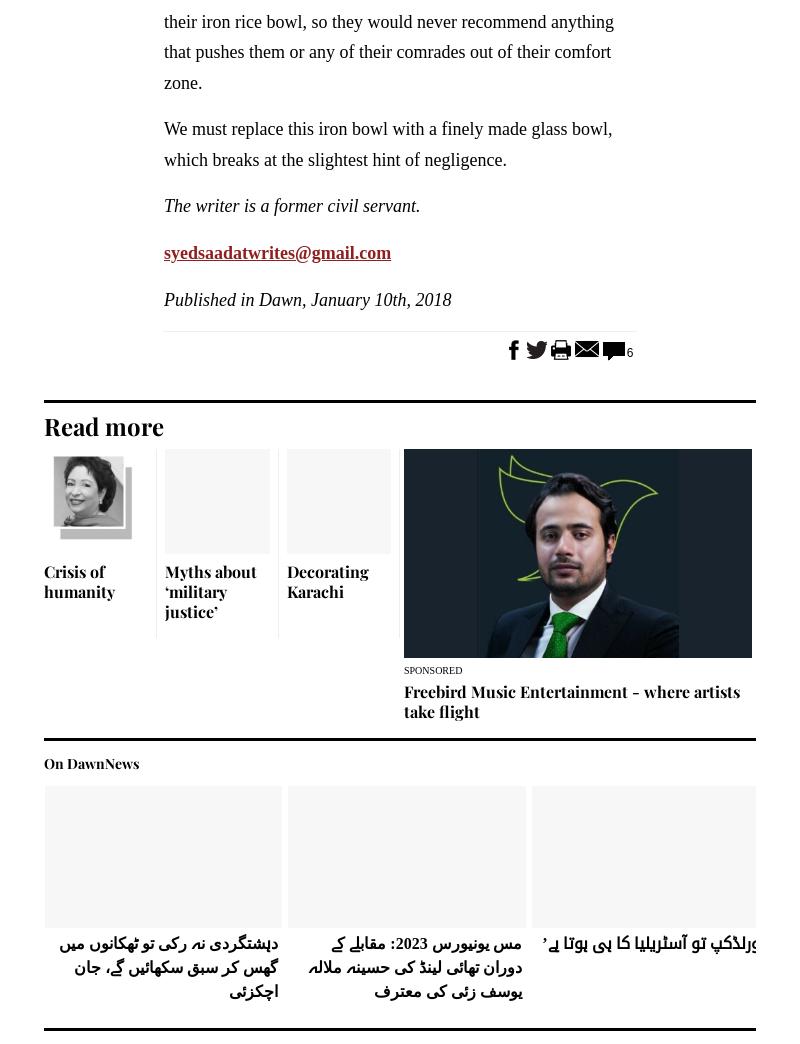 The image size is (800, 1044). Describe the element at coordinates (164, 205) in the screenshot. I see `'The writer is a former civil servant.'` at that location.